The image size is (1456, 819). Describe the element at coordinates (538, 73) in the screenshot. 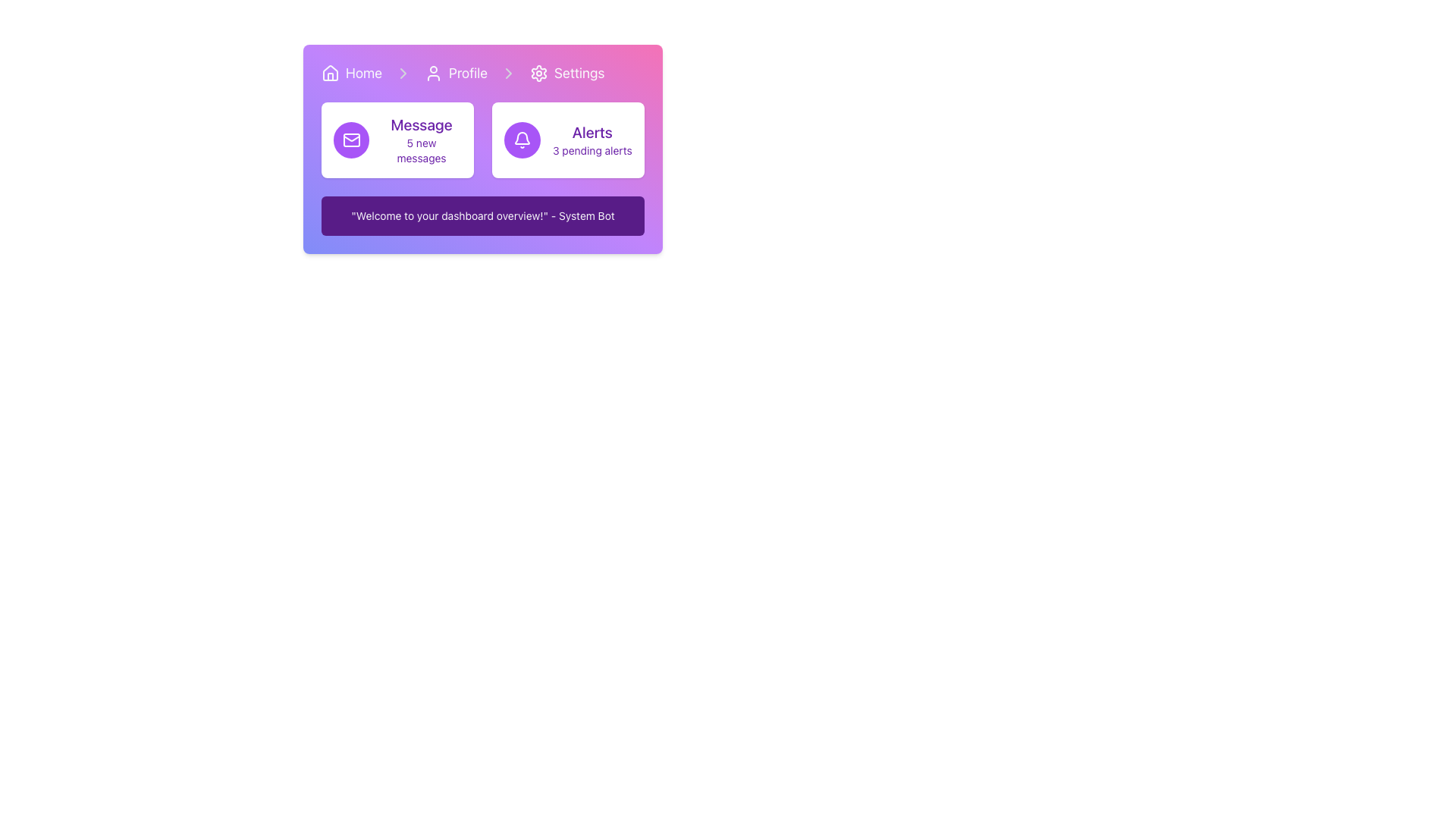

I see `the settings menu icon located to the left of the 'Settings' text` at that location.